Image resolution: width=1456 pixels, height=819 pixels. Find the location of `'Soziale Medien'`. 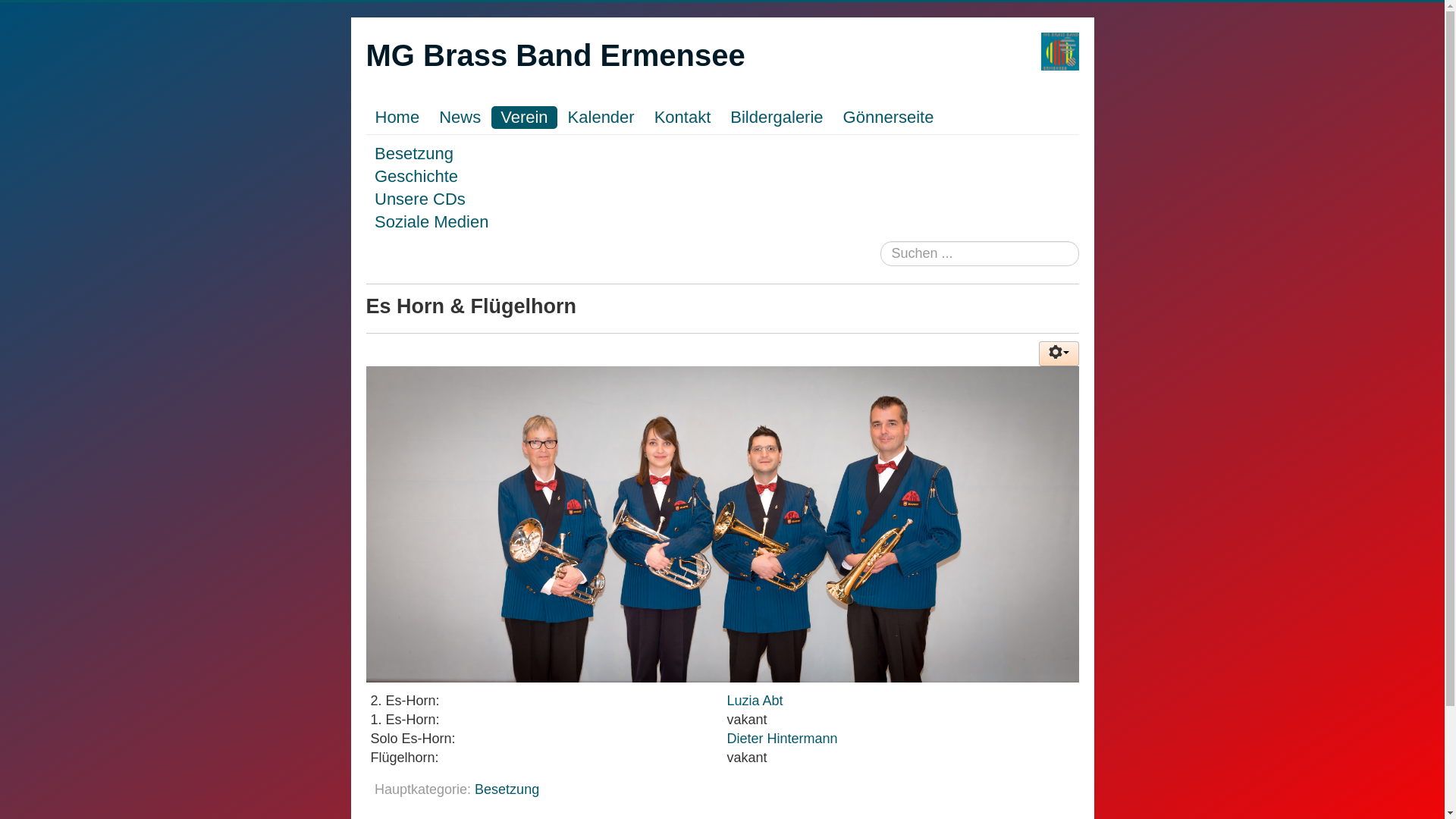

'Soziale Medien' is located at coordinates (431, 221).